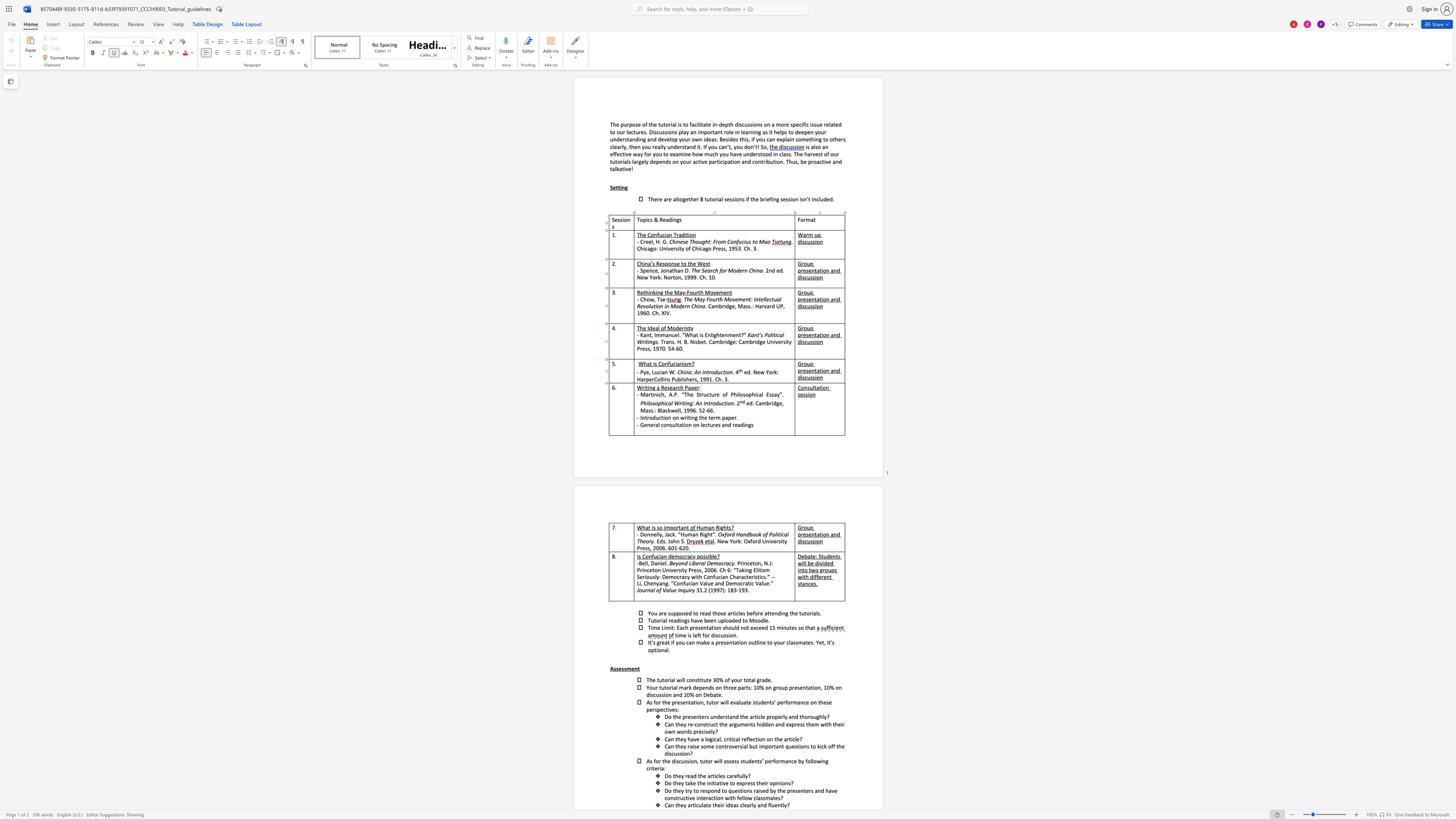 The image size is (1456, 819). What do you see at coordinates (648, 372) in the screenshot?
I see `the space between the continuous character "e" and "," in the text` at bounding box center [648, 372].